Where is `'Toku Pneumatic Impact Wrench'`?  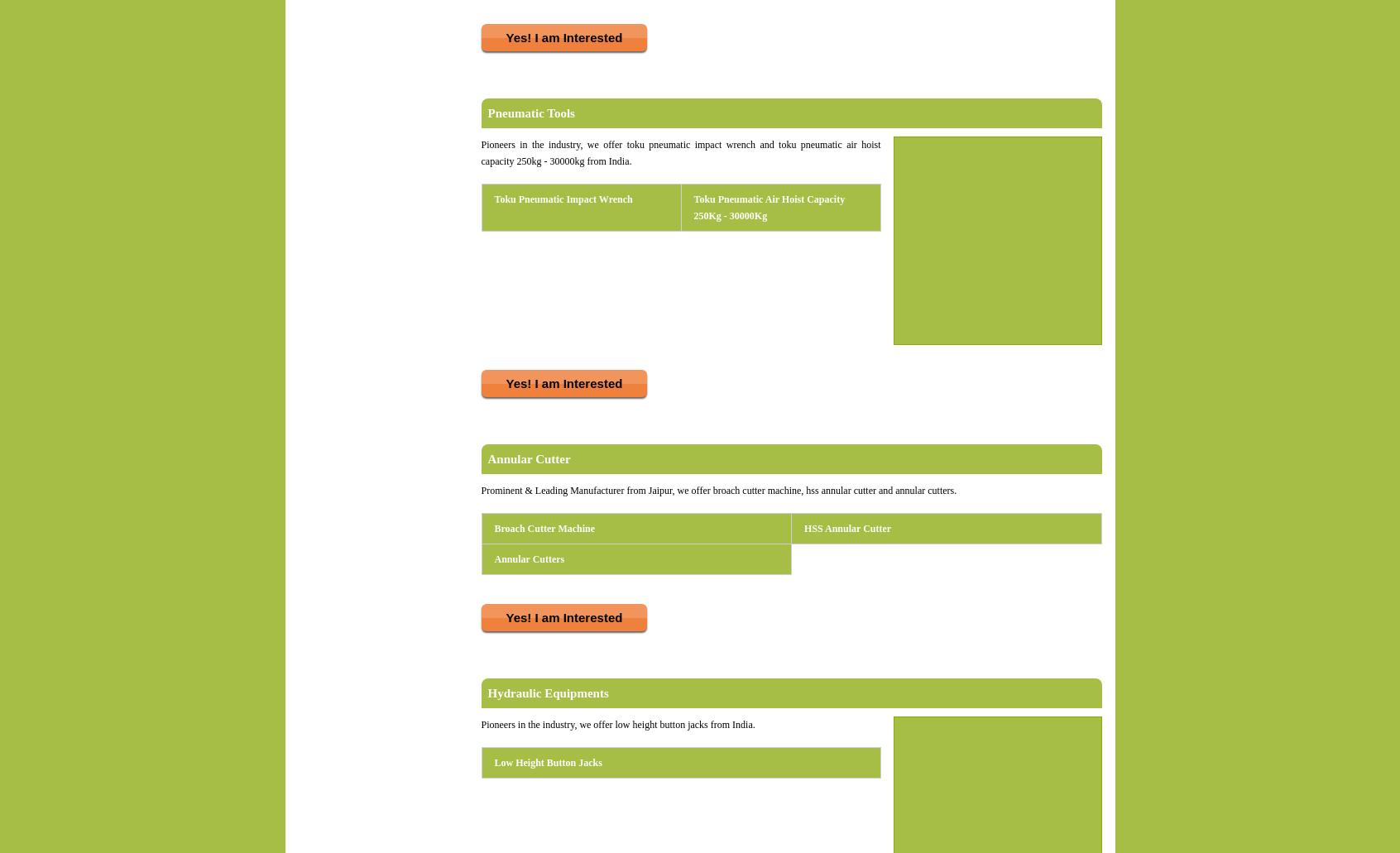
'Toku Pneumatic Impact Wrench' is located at coordinates (563, 199).